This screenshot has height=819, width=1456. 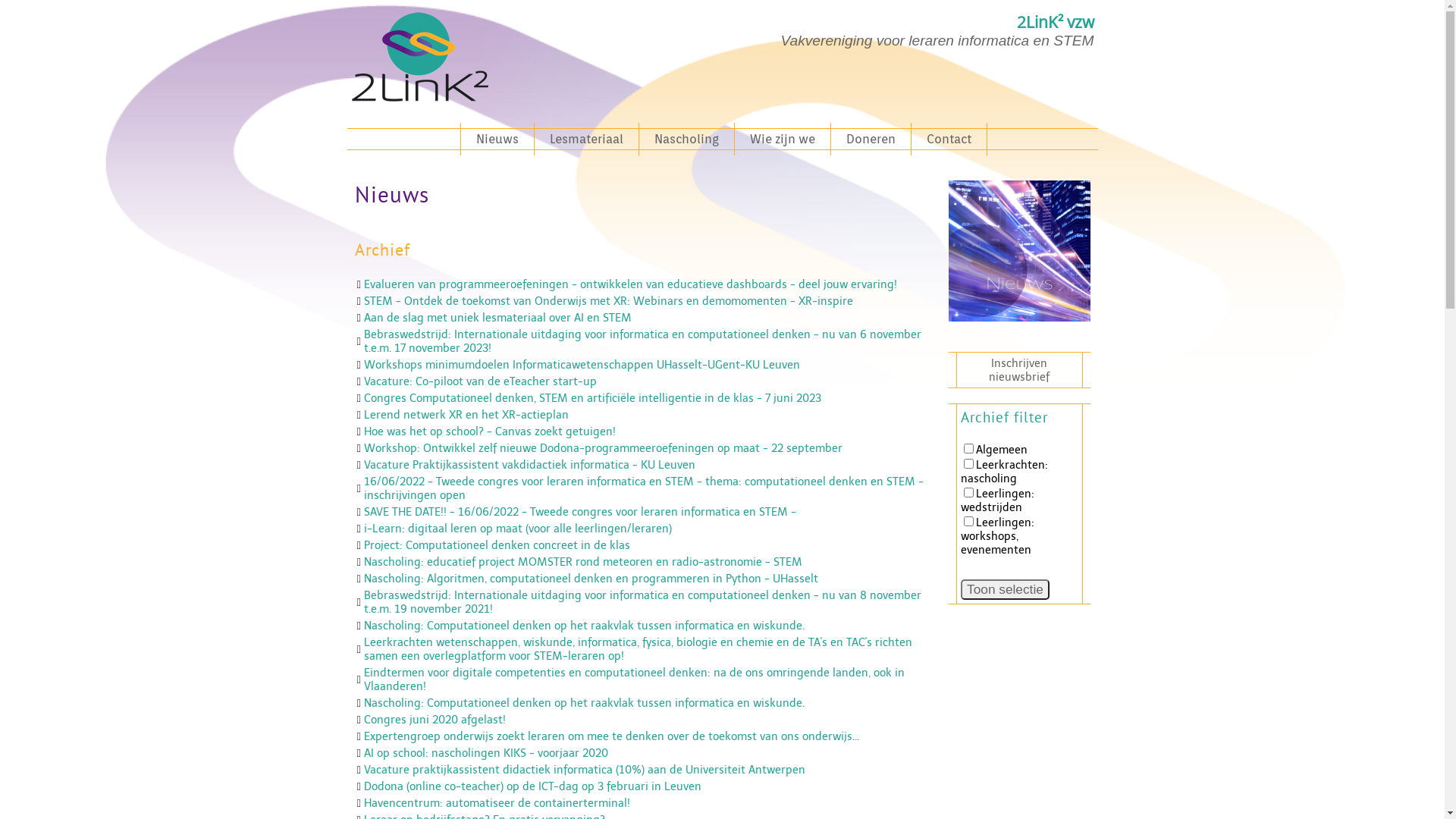 I want to click on 'Havencentrum: automatiseer de containerterminal!', so click(x=497, y=802).